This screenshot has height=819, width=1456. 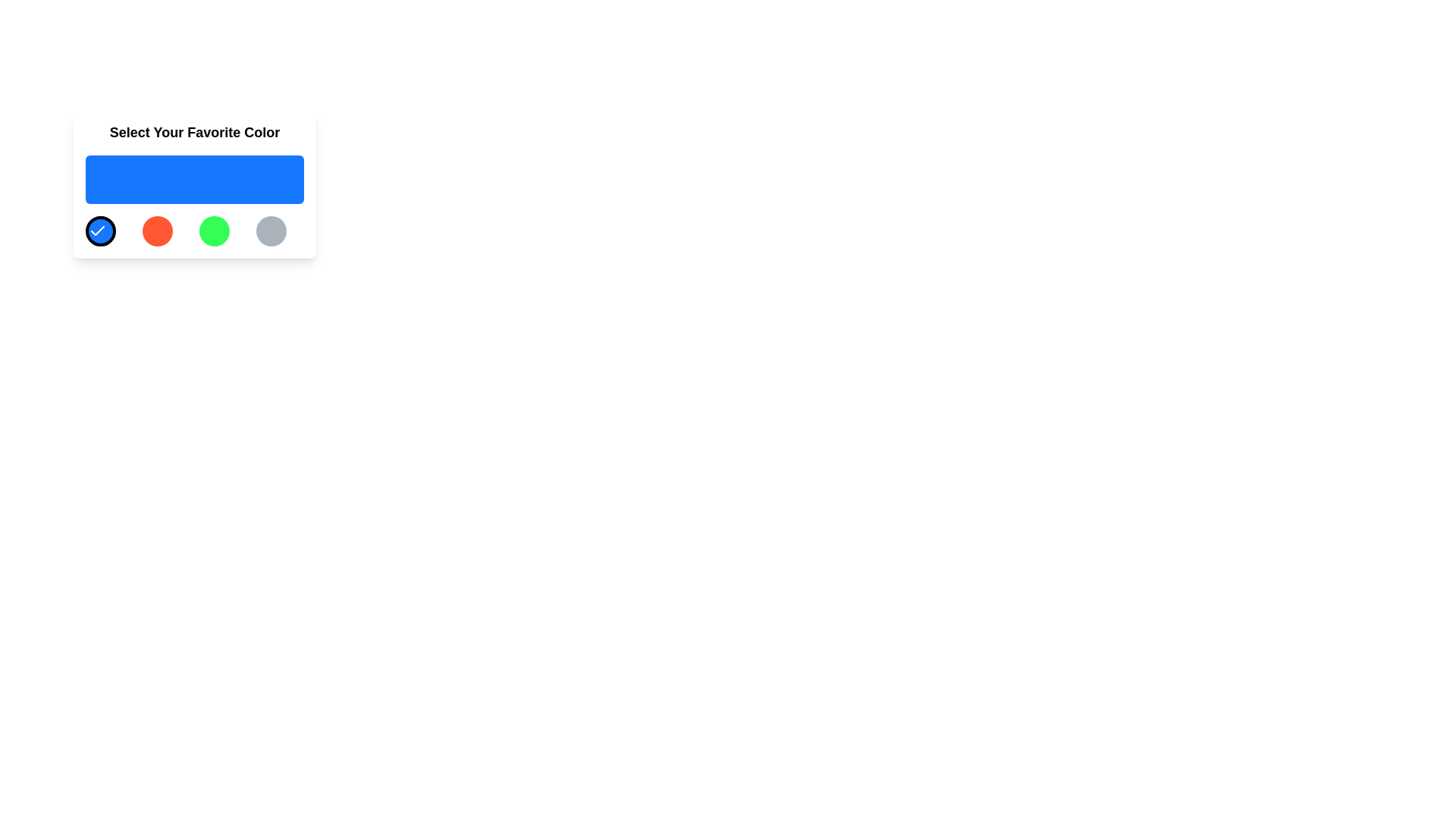 What do you see at coordinates (194, 231) in the screenshot?
I see `the green circular button, which is the third button in a series of four horizontally arranged buttons with distinct colors (blue, red, green, gray), to provide visual feedback` at bounding box center [194, 231].